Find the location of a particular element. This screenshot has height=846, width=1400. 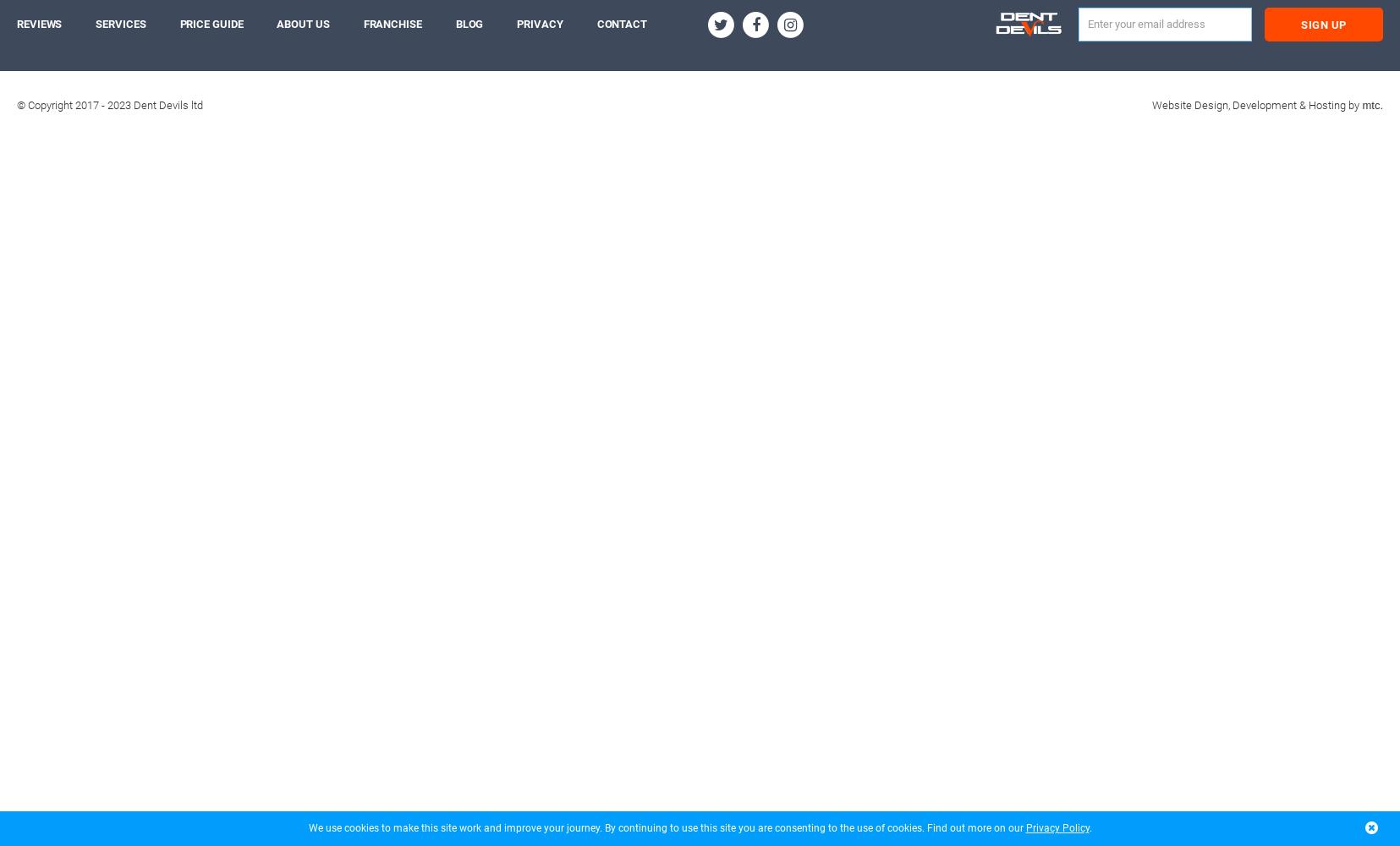

'Services' is located at coordinates (119, 24).